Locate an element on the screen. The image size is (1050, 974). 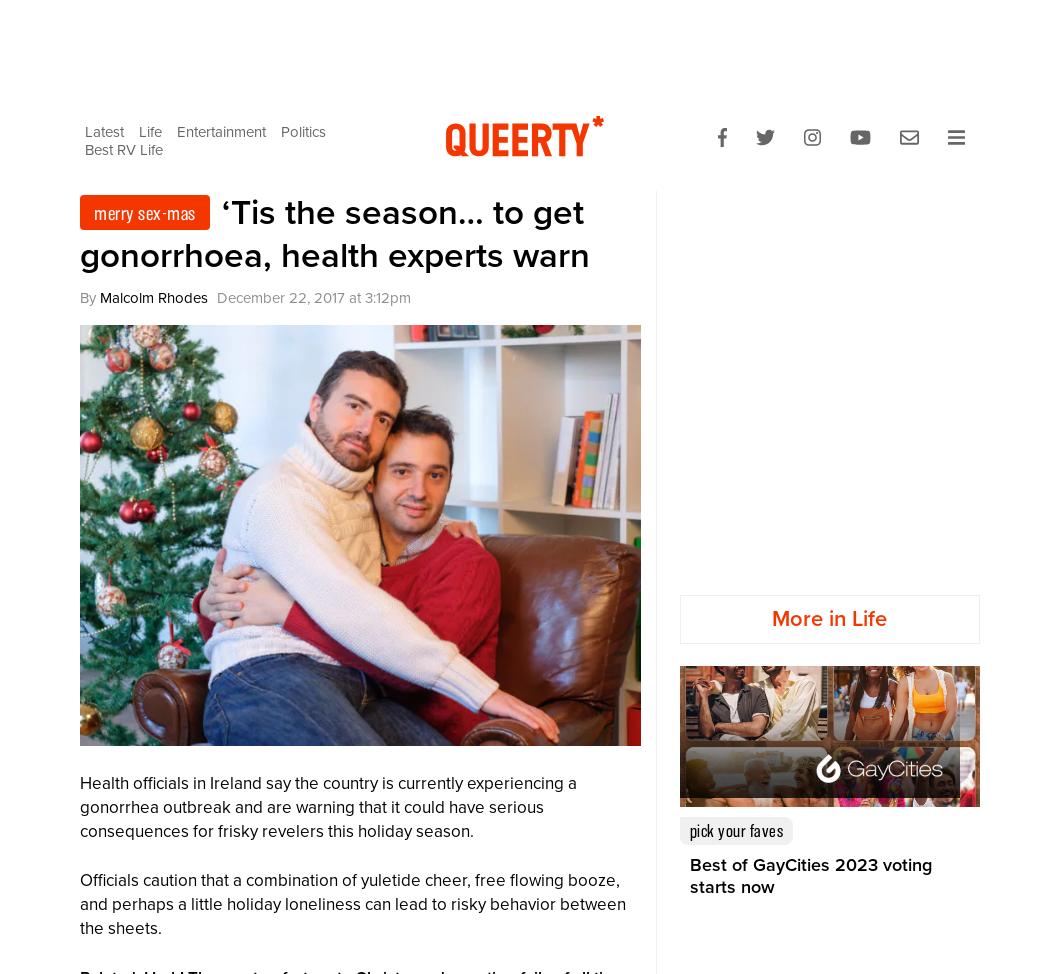
'at' is located at coordinates (354, 297).